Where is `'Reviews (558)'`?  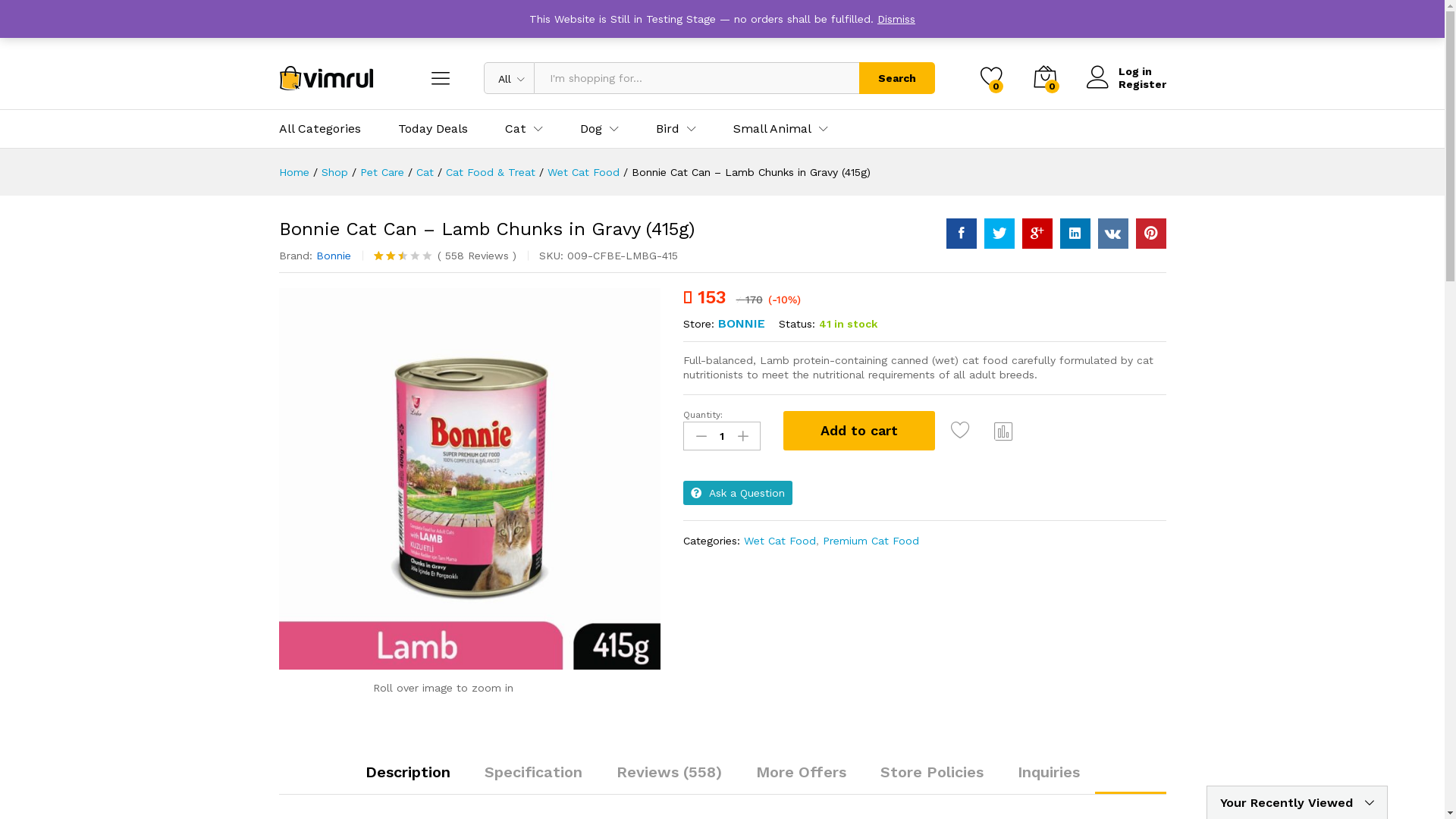 'Reviews (558)' is located at coordinates (667, 772).